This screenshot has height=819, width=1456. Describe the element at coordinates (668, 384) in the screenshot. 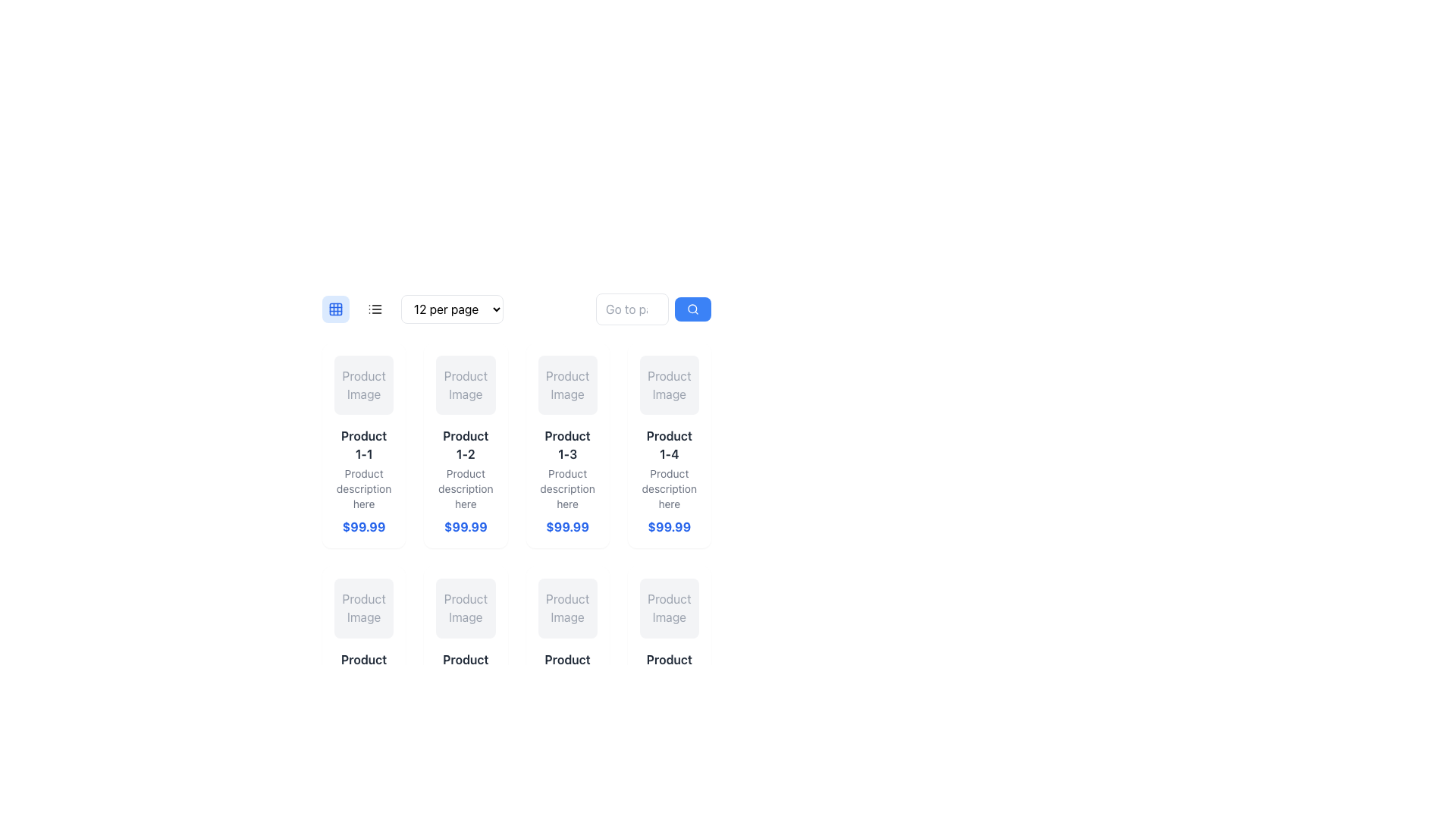

I see `the image placeholder with light gray background and 'Product Image' text, located in the fourth column of the first row of the product card grid` at that location.